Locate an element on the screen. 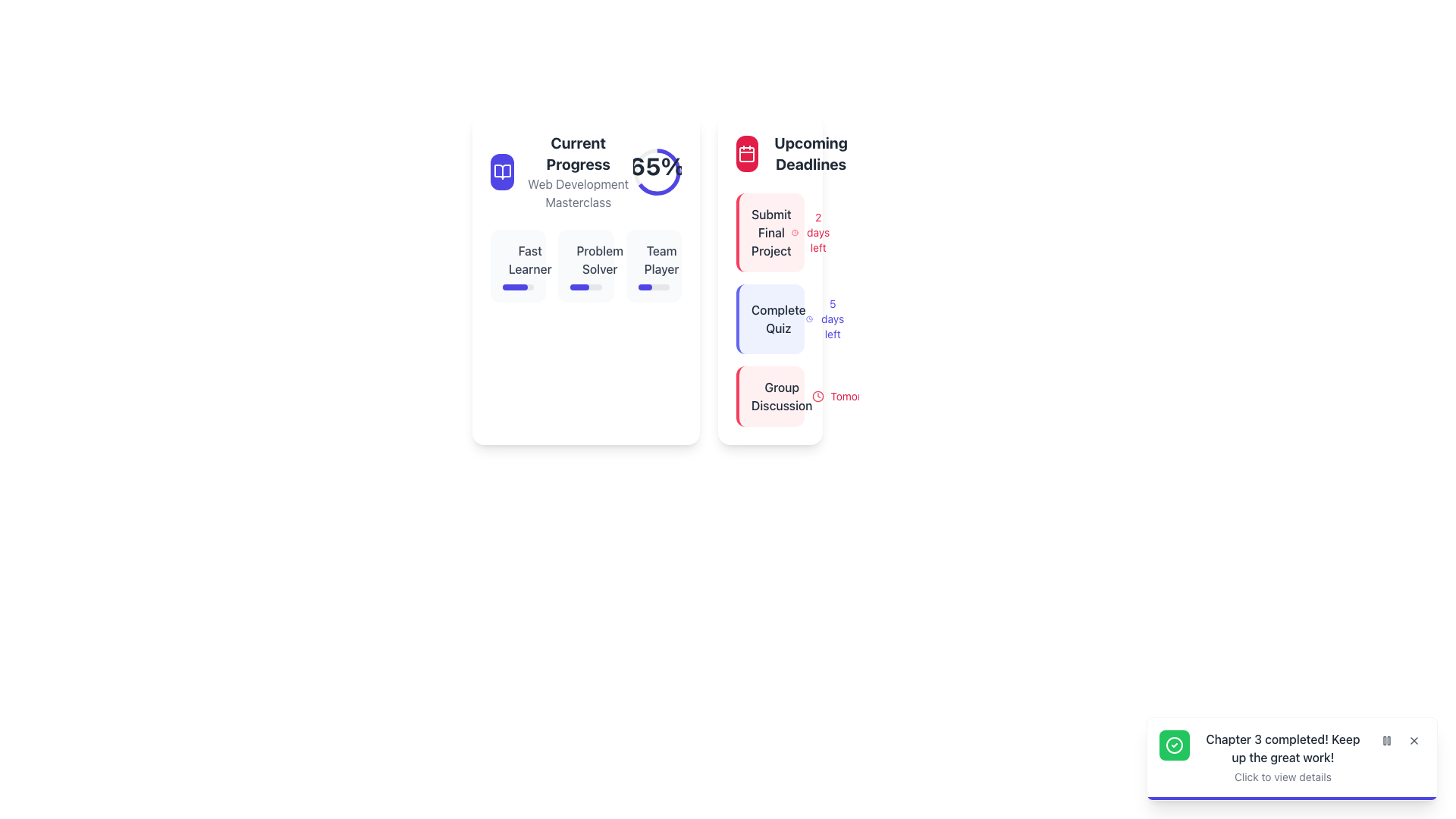  progress bar located below the 'Problem Solver' label in the 'Current Progress' panel, which is filled to 60% with an indigo segment is located at coordinates (585, 287).